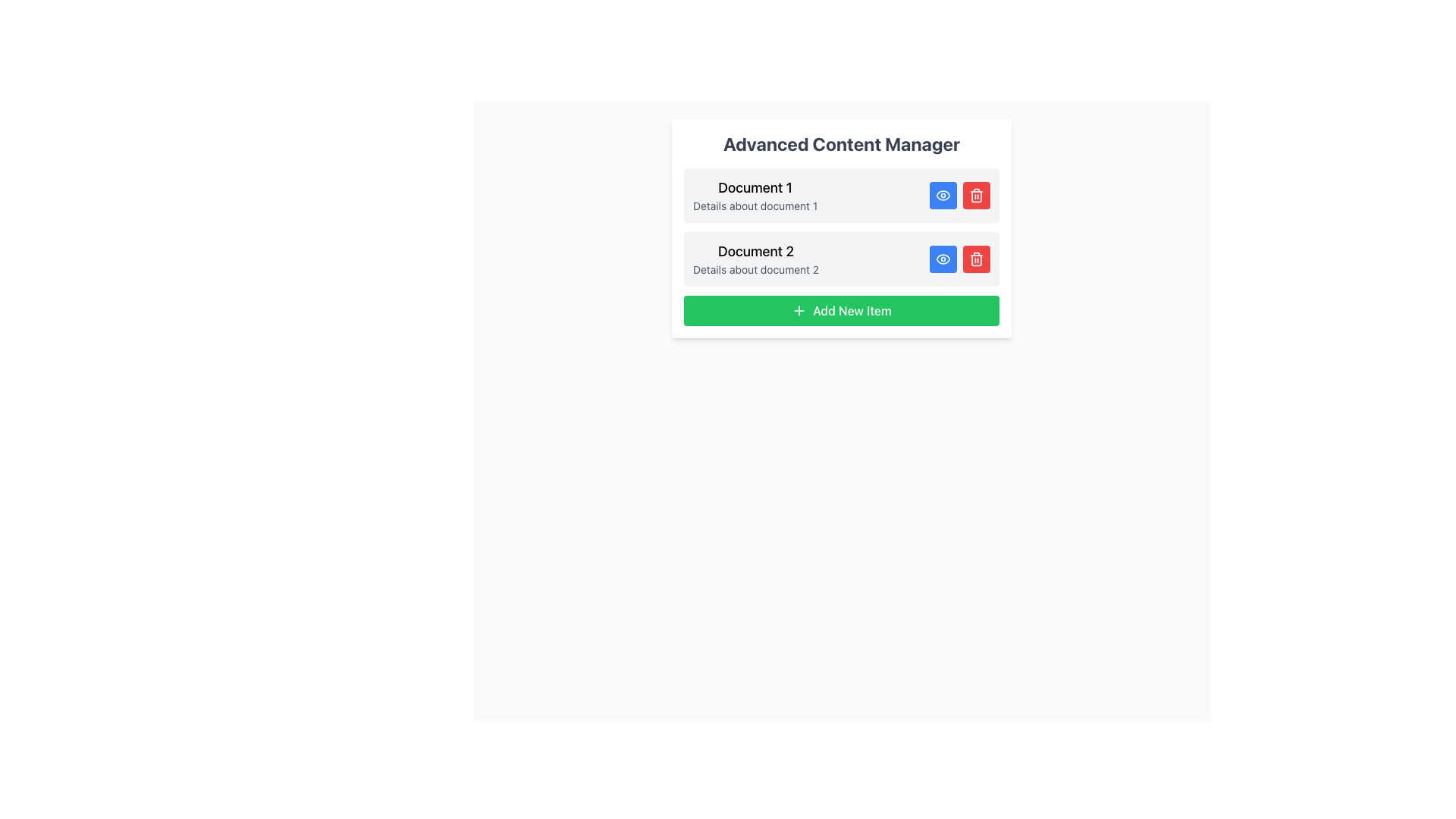 This screenshot has width=1456, height=819. I want to click on the descriptive subtitle text label located below the title 'Document 1', which provides additional details about 'Document 1', so click(755, 206).